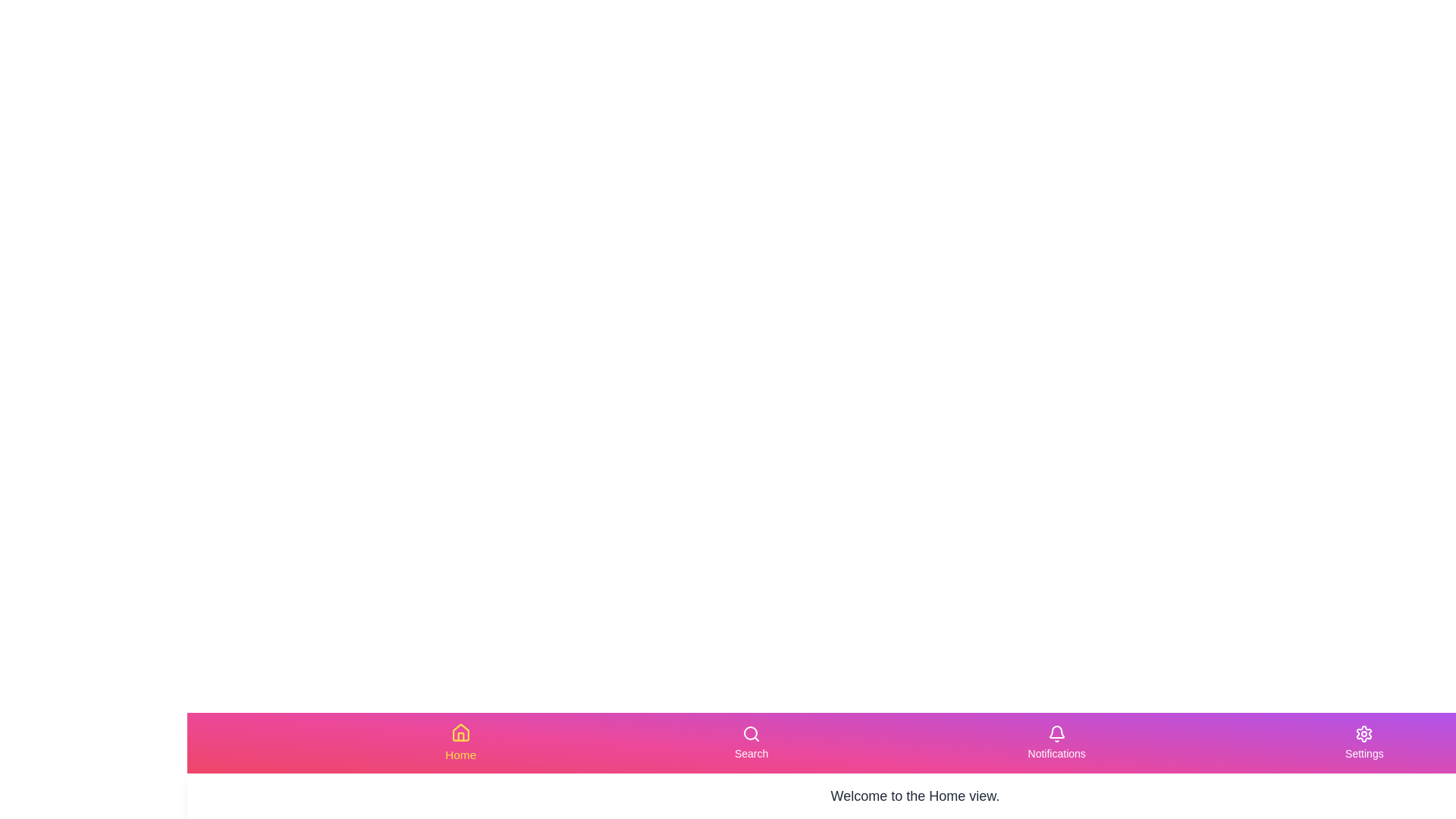 The height and width of the screenshot is (819, 1456). I want to click on the Settings tab in the navigation bar, so click(1364, 742).